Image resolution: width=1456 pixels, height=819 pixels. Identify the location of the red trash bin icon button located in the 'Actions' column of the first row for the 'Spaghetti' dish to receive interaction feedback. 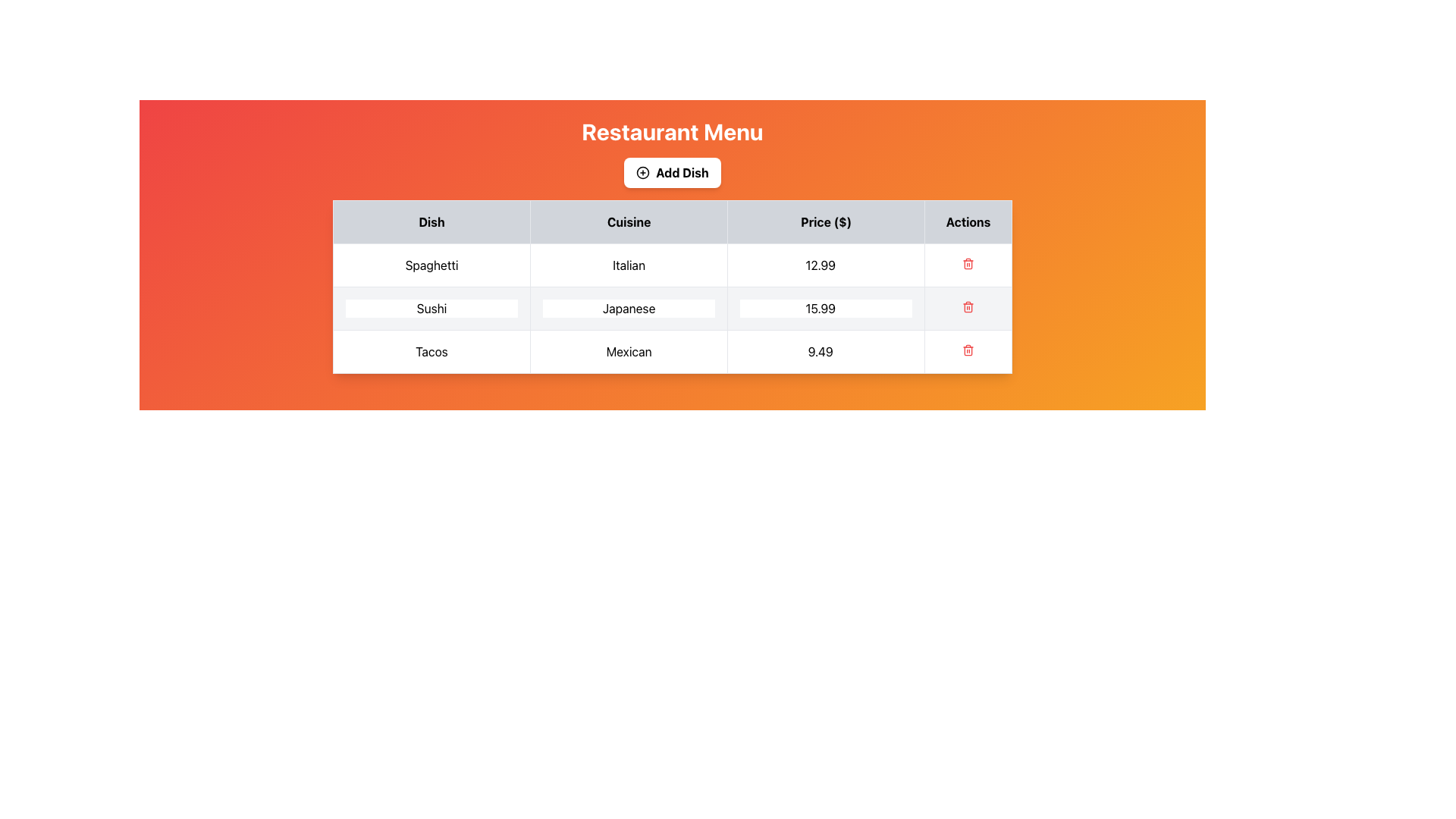
(968, 265).